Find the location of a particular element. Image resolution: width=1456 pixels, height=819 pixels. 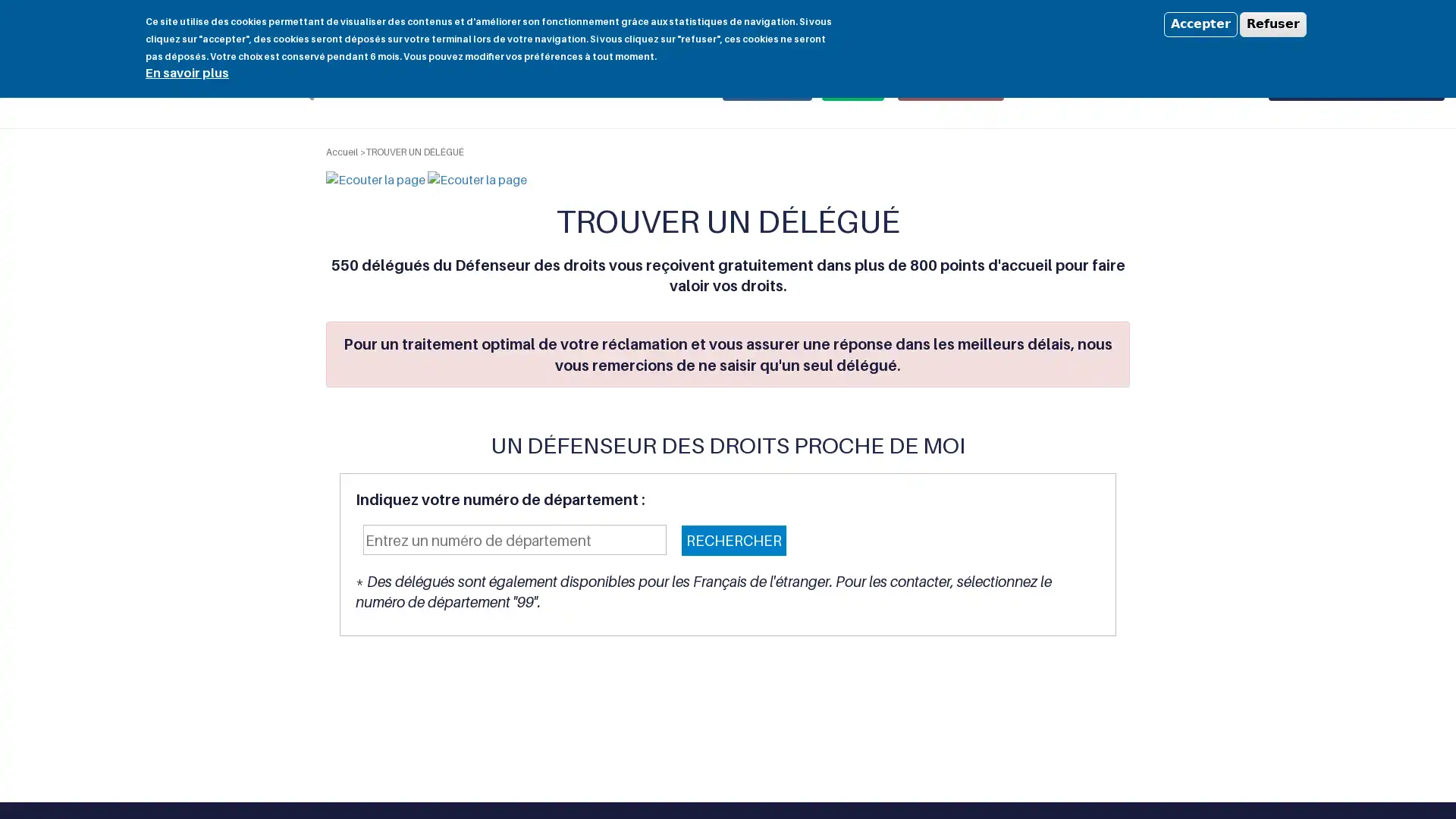

Afficher le formulaire de recherche is located at coordinates (300, 86).